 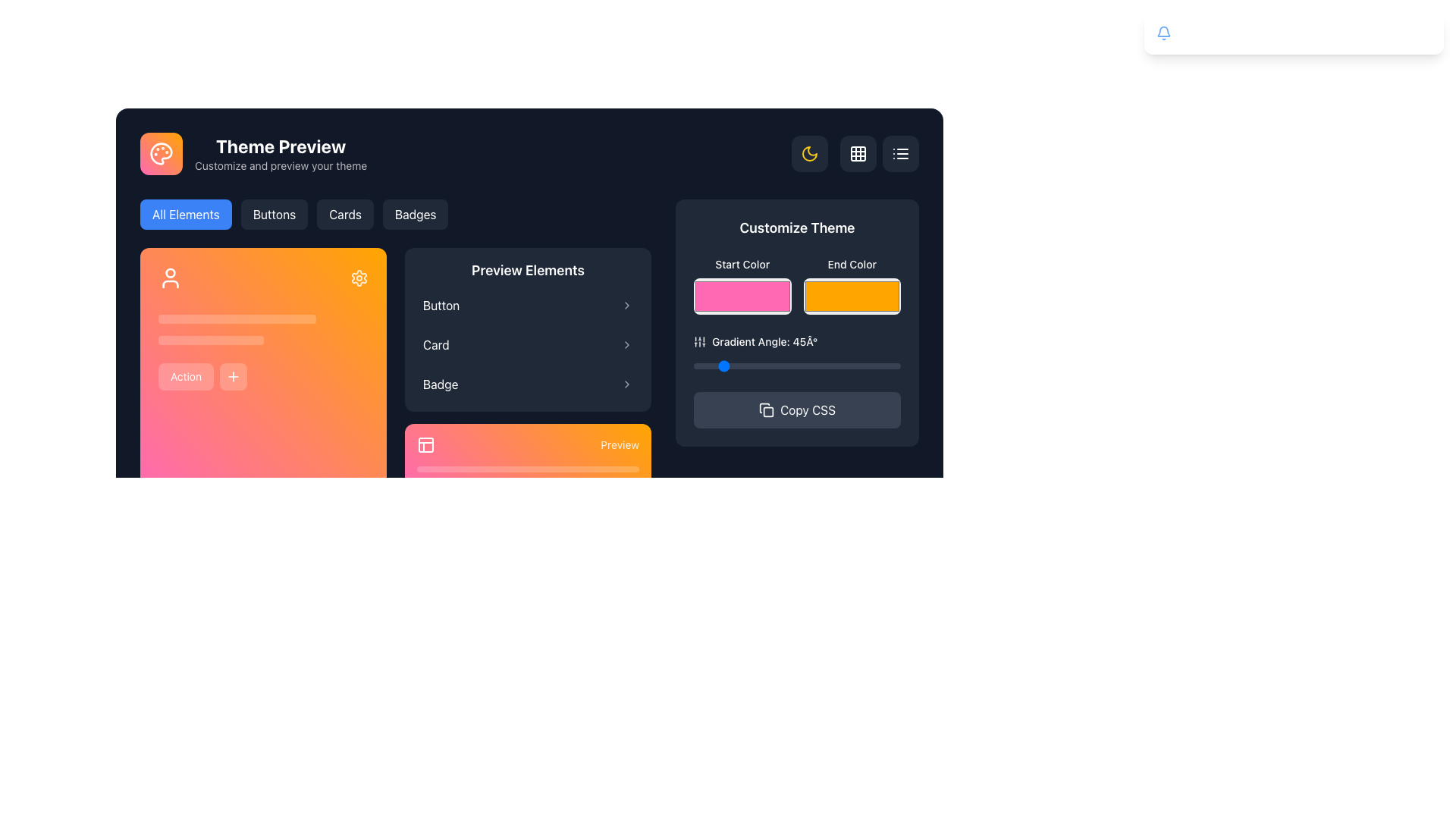 I want to click on keyboard navigation, so click(x=1422, y=33).